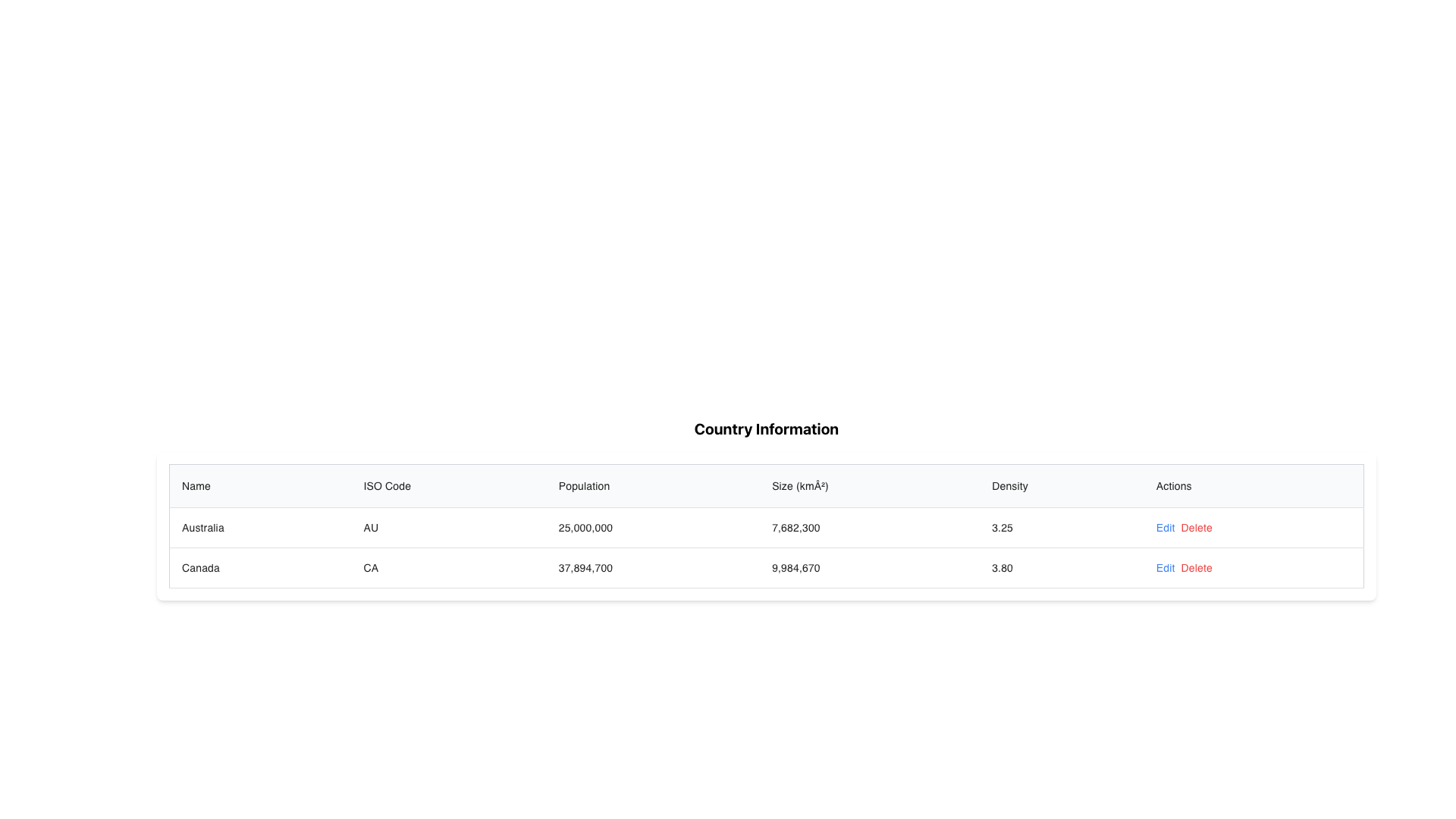 The width and height of the screenshot is (1456, 819). I want to click on the table cell containing the name 'Canada', so click(260, 567).